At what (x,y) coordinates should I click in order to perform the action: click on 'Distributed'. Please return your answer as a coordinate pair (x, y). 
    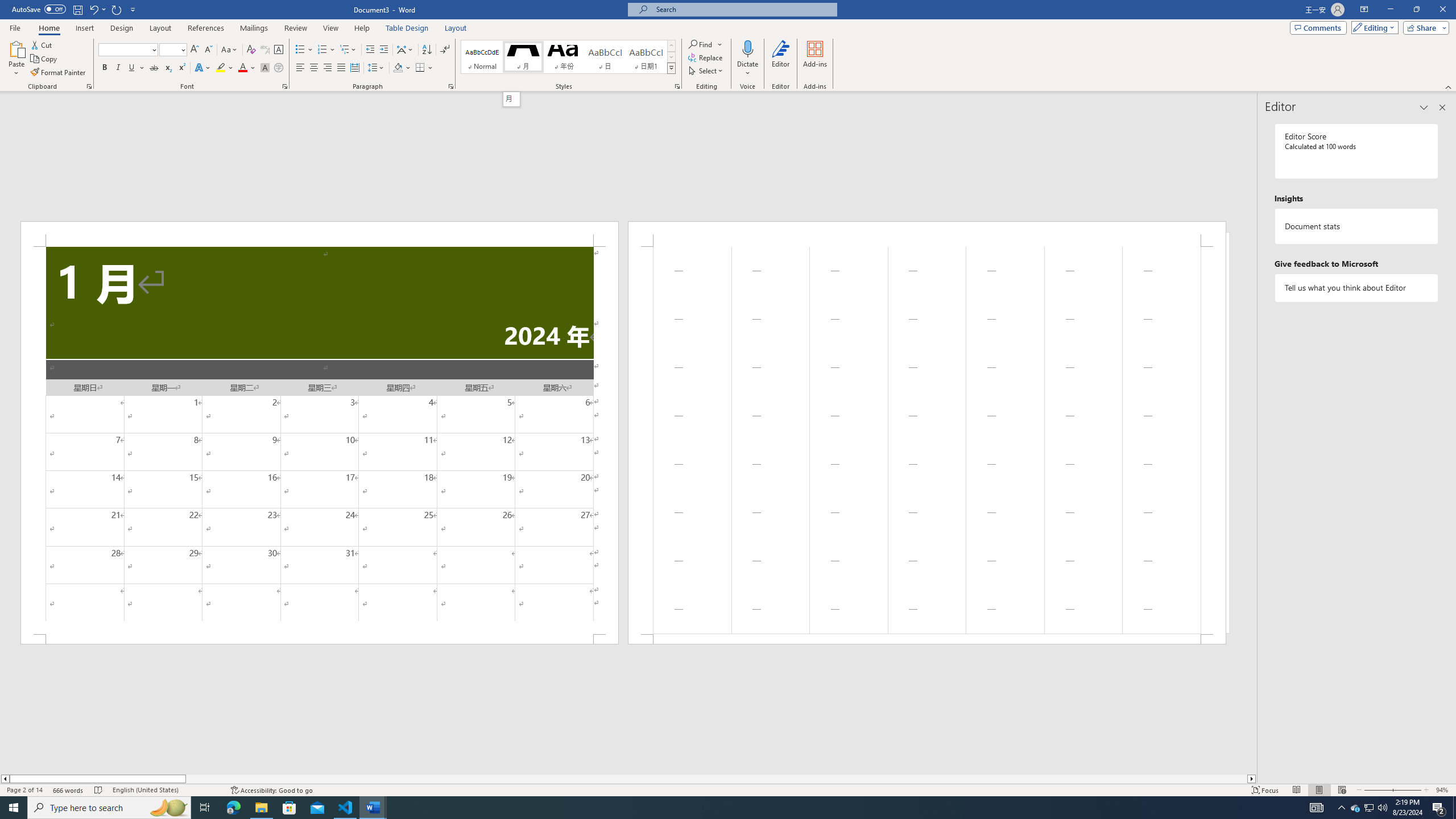
    Looking at the image, I should click on (354, 67).